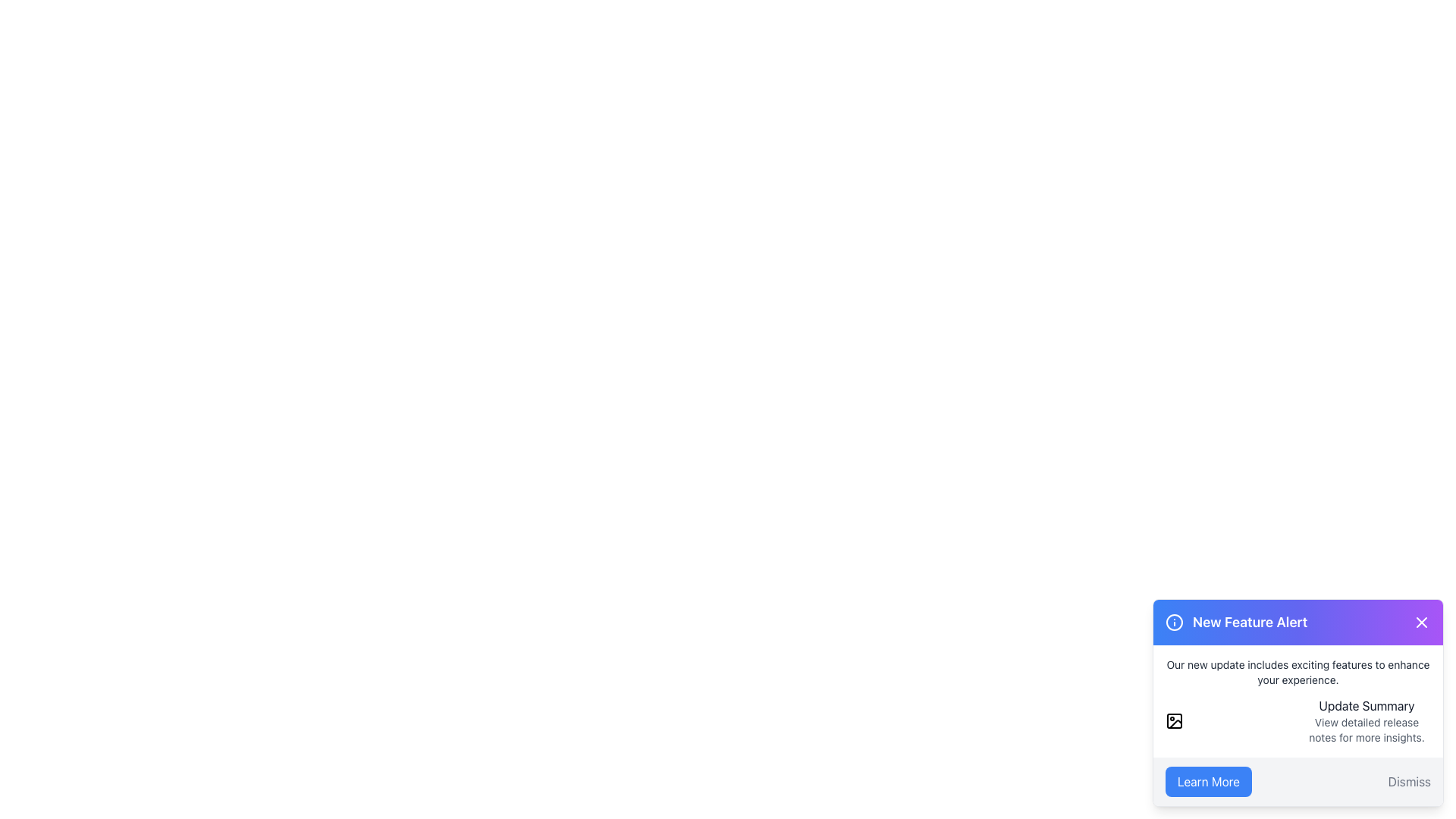 This screenshot has width=1456, height=819. I want to click on the text 'View detailed release notes for more insights.' located in the bottom-right section of the 'New Feature Alert' notification box, so click(1367, 730).